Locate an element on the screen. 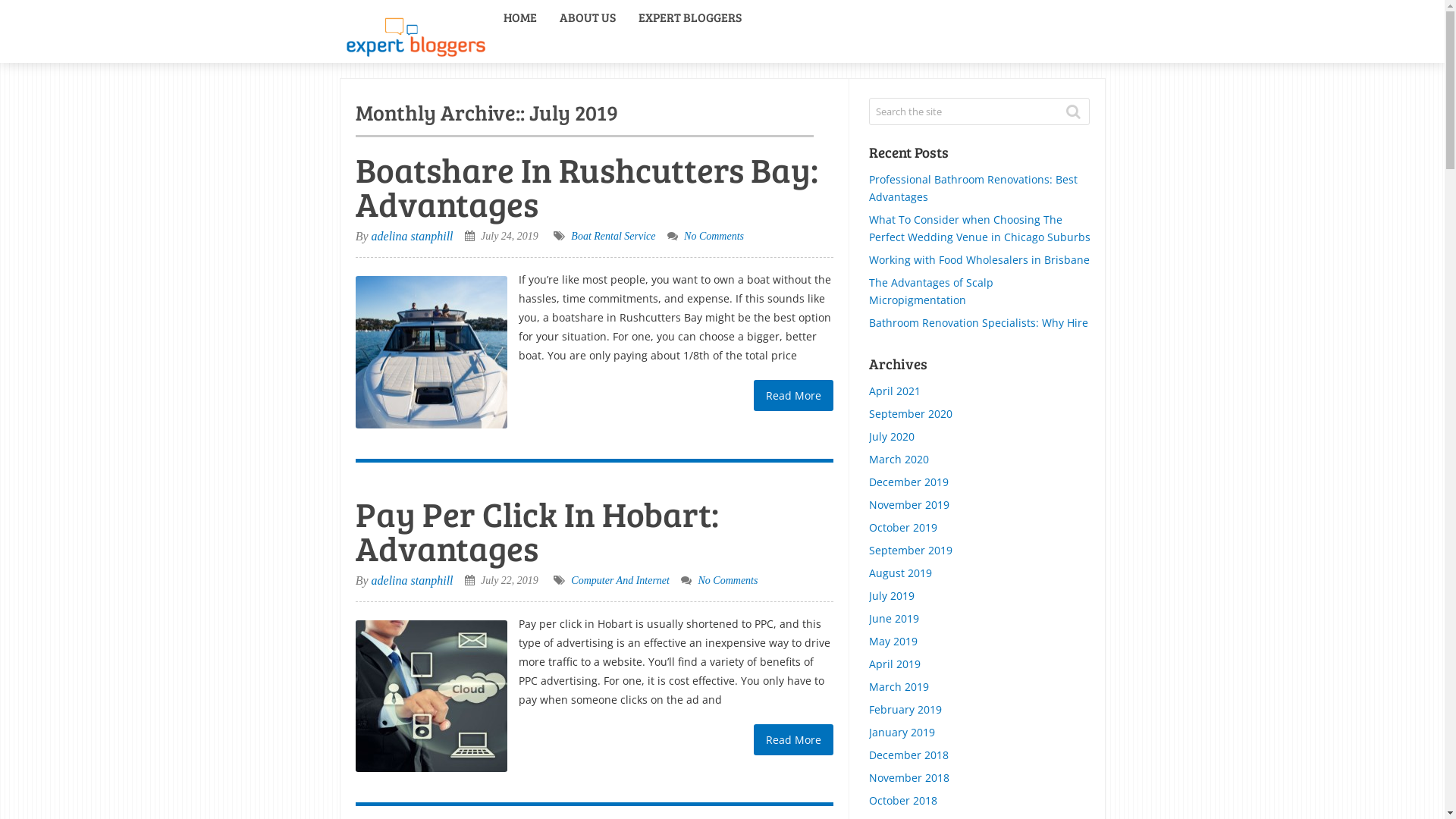 Image resolution: width=1456 pixels, height=819 pixels. 'Boat Rental Service' is located at coordinates (613, 236).